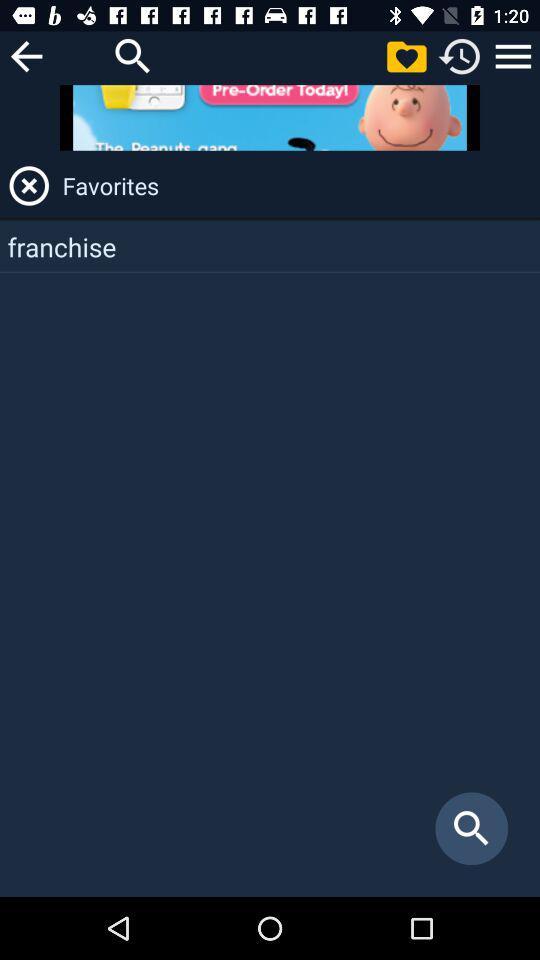  I want to click on the search icon, so click(133, 55).